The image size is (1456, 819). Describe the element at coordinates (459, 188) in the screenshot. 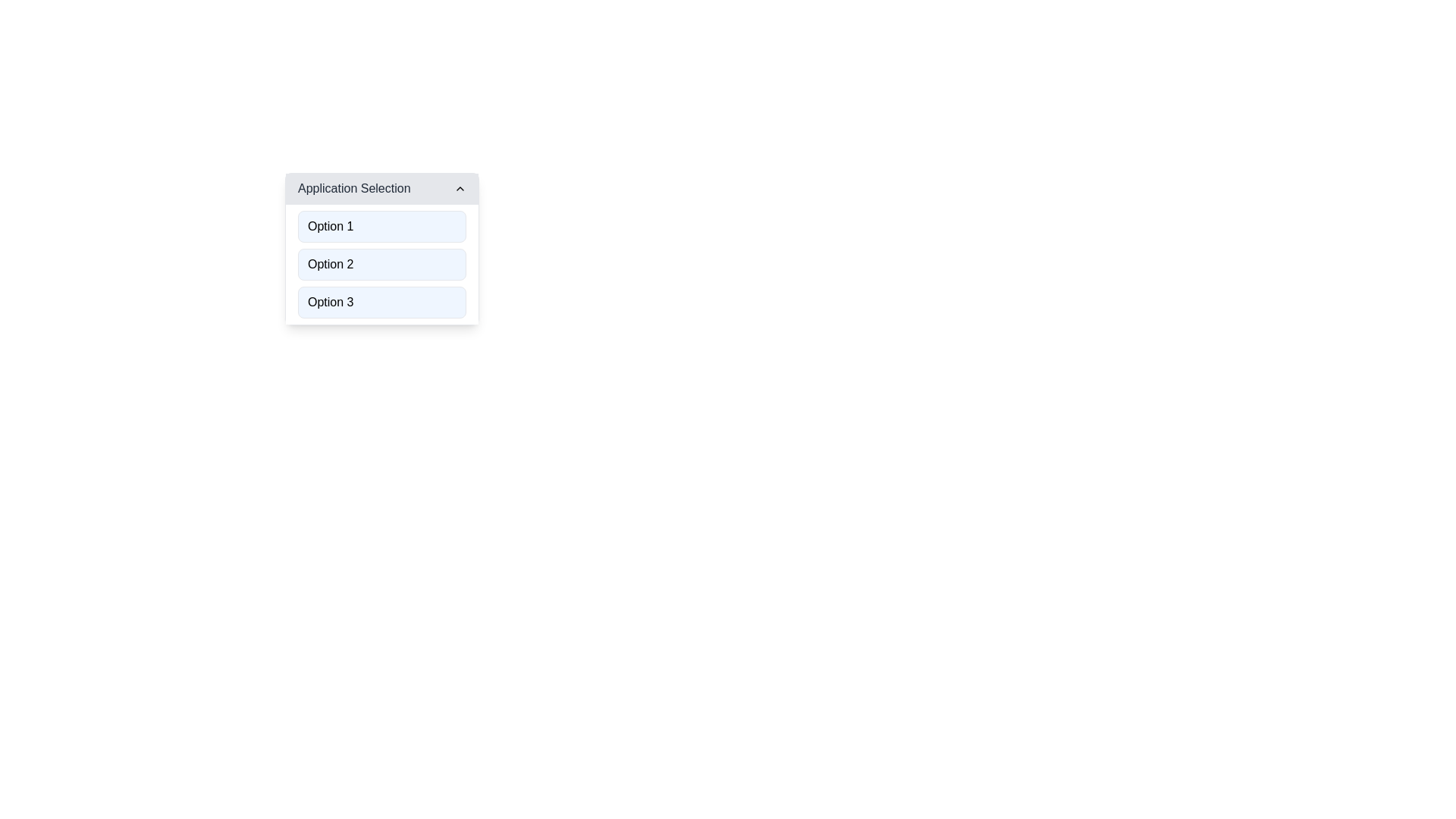

I see `the small up arrow Chevron Icon located in the top right corner of the 'Application Selection' header bar` at that location.